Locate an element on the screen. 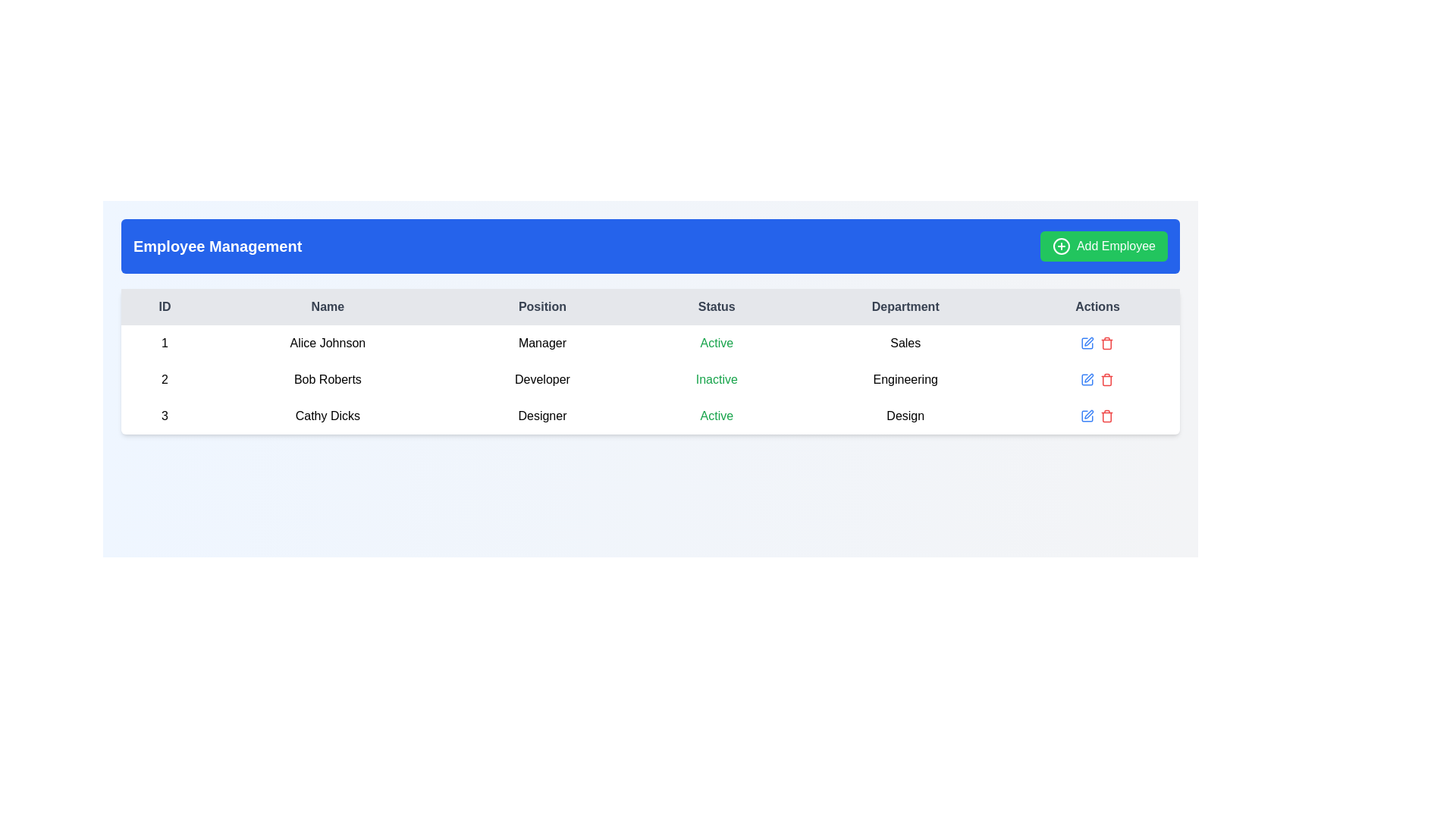 The height and width of the screenshot is (819, 1456). the static text label in the third column of the table, labeled 'Position', which indicates the employee positions is located at coordinates (542, 307).